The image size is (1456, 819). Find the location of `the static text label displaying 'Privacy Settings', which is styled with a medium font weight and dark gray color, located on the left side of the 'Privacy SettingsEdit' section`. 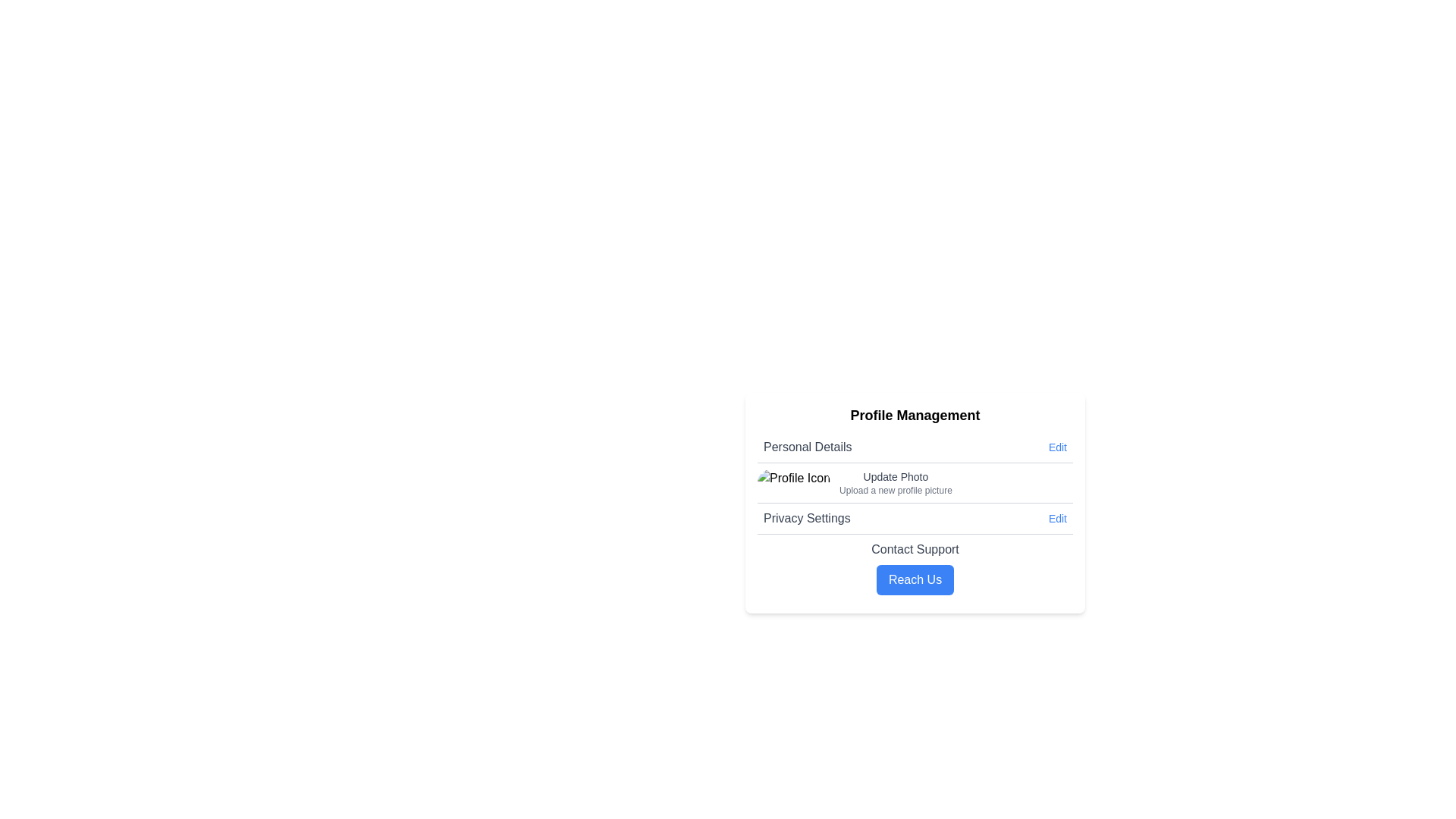

the static text label displaying 'Privacy Settings', which is styled with a medium font weight and dark gray color, located on the left side of the 'Privacy SettingsEdit' section is located at coordinates (806, 517).